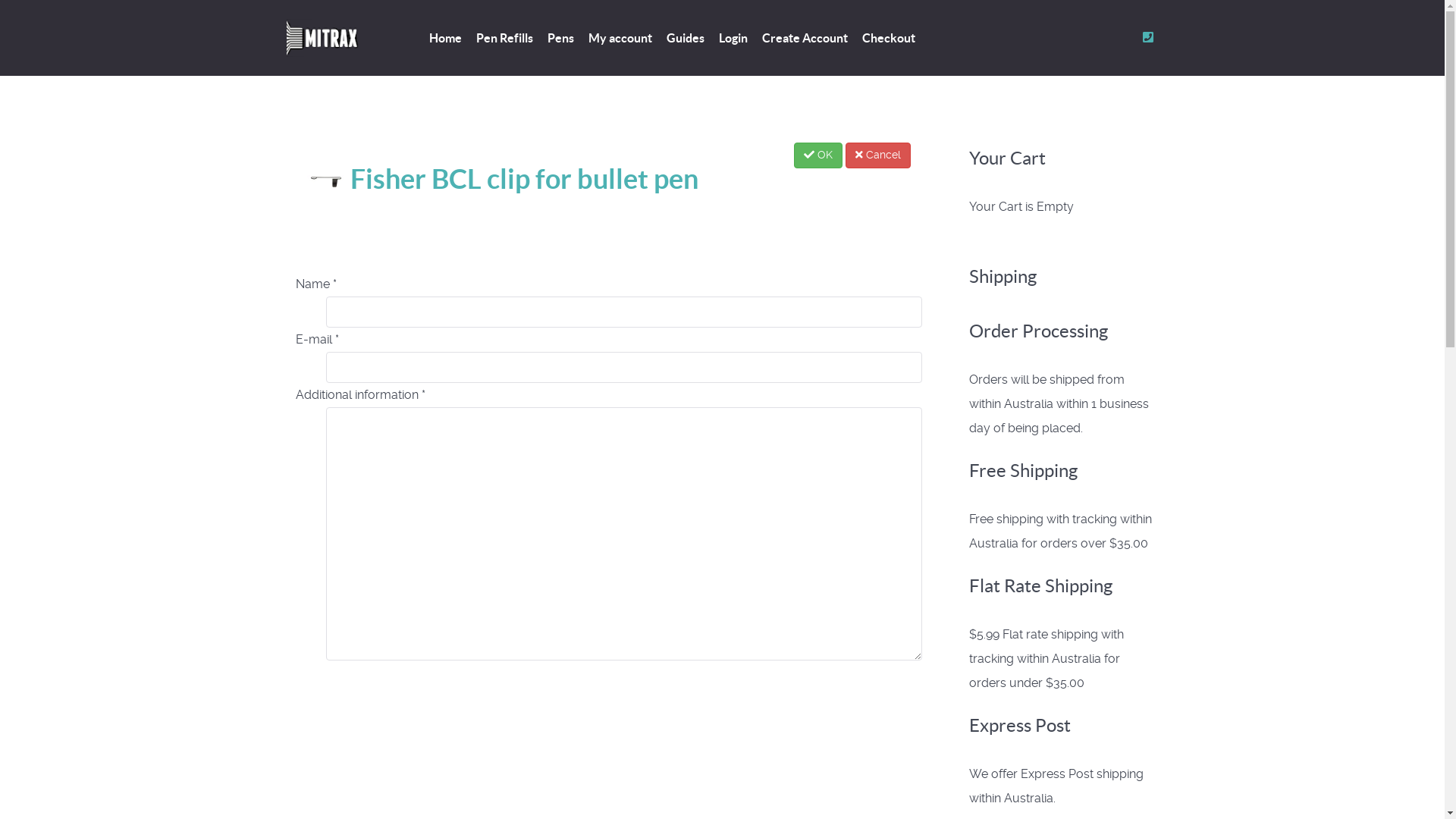 This screenshot has height=819, width=1456. I want to click on 'OK', so click(817, 155).